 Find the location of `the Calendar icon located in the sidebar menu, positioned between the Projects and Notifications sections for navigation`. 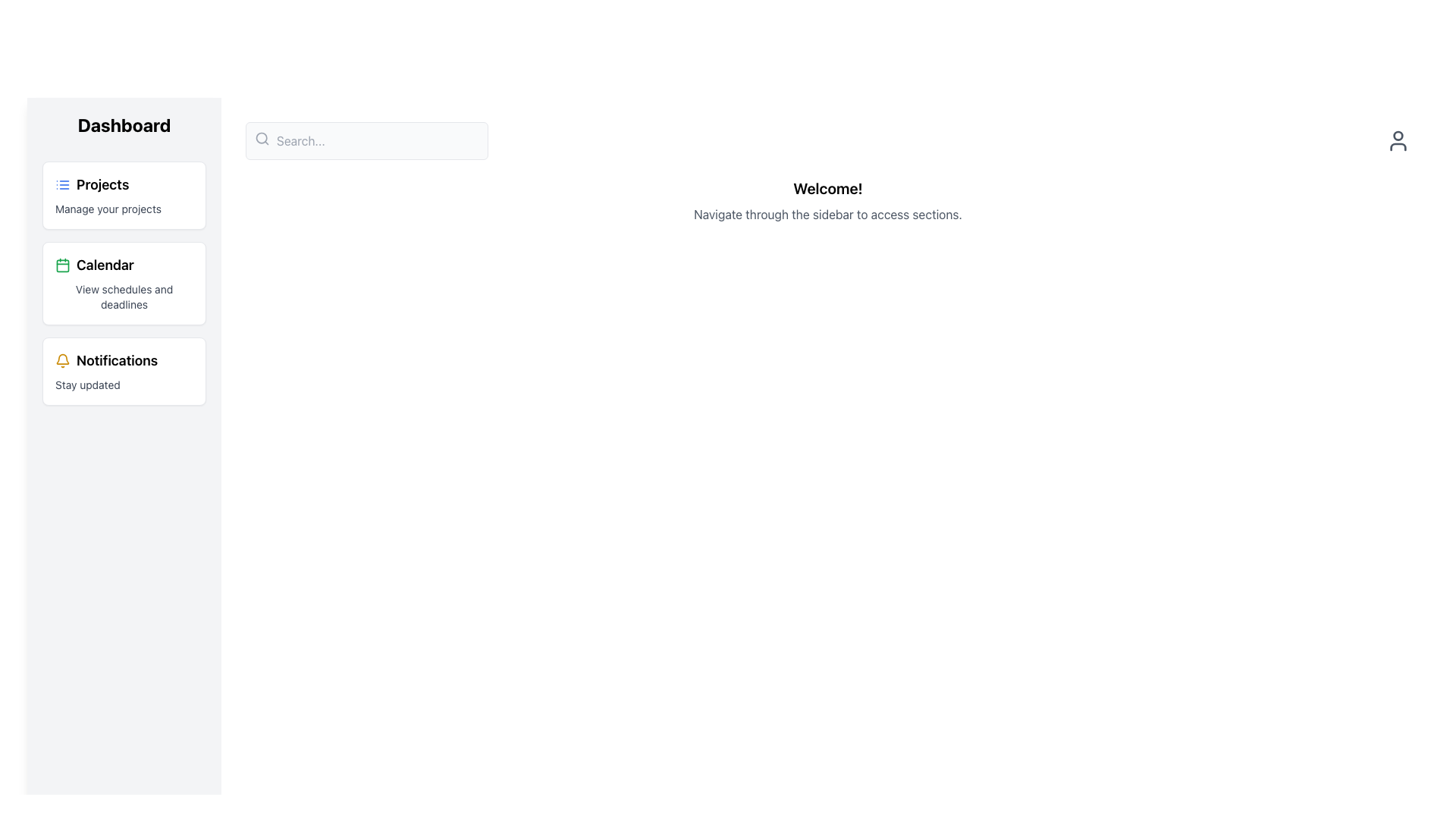

the Calendar icon located in the sidebar menu, positioned between the Projects and Notifications sections for navigation is located at coordinates (61, 265).